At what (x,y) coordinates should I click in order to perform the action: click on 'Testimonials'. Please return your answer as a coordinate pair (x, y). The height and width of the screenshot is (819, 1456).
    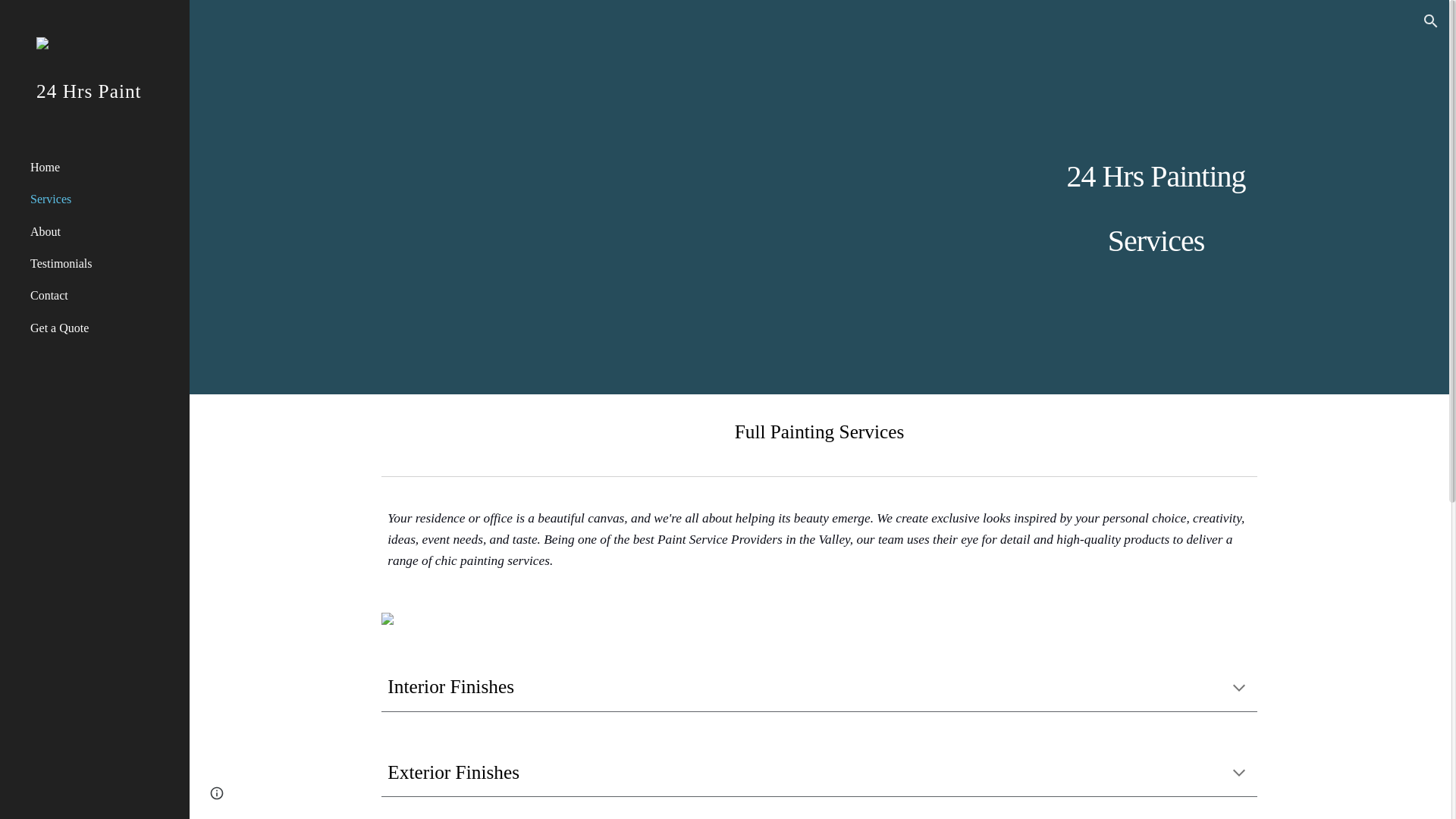
    Looking at the image, I should click on (27, 262).